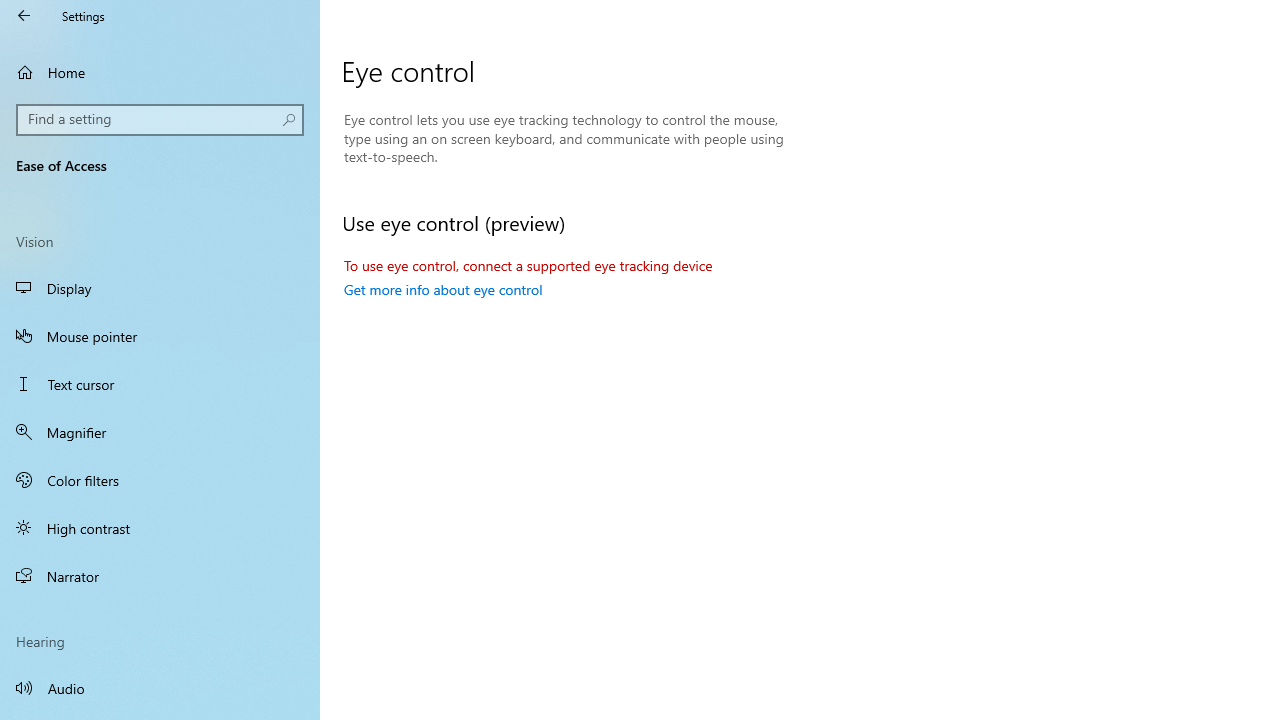 Image resolution: width=1280 pixels, height=720 pixels. I want to click on 'Home', so click(160, 71).